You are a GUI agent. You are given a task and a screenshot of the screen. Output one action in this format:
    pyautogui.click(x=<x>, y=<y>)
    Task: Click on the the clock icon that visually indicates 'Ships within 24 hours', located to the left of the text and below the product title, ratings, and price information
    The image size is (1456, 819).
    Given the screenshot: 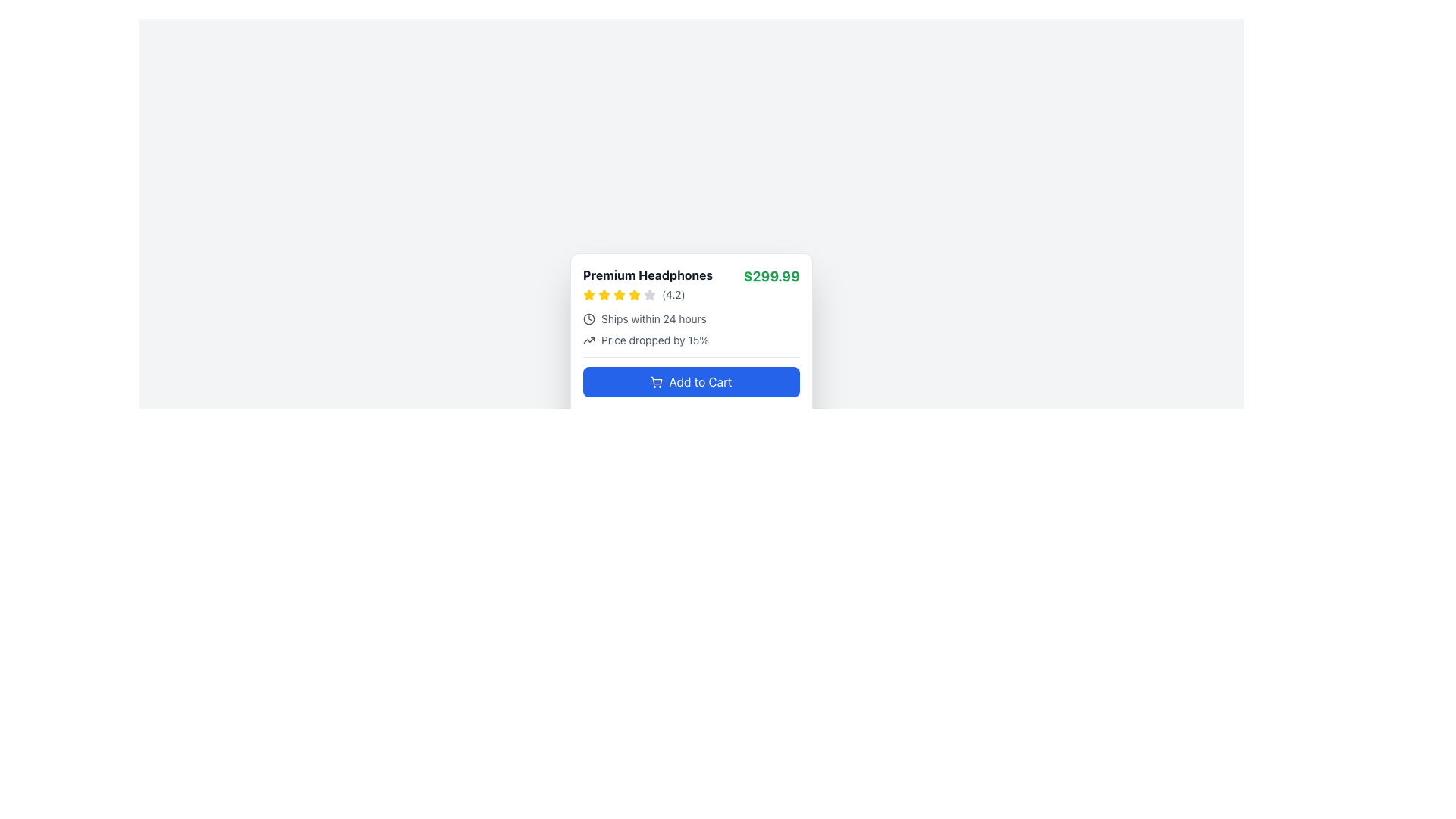 What is the action you would take?
    pyautogui.click(x=588, y=318)
    